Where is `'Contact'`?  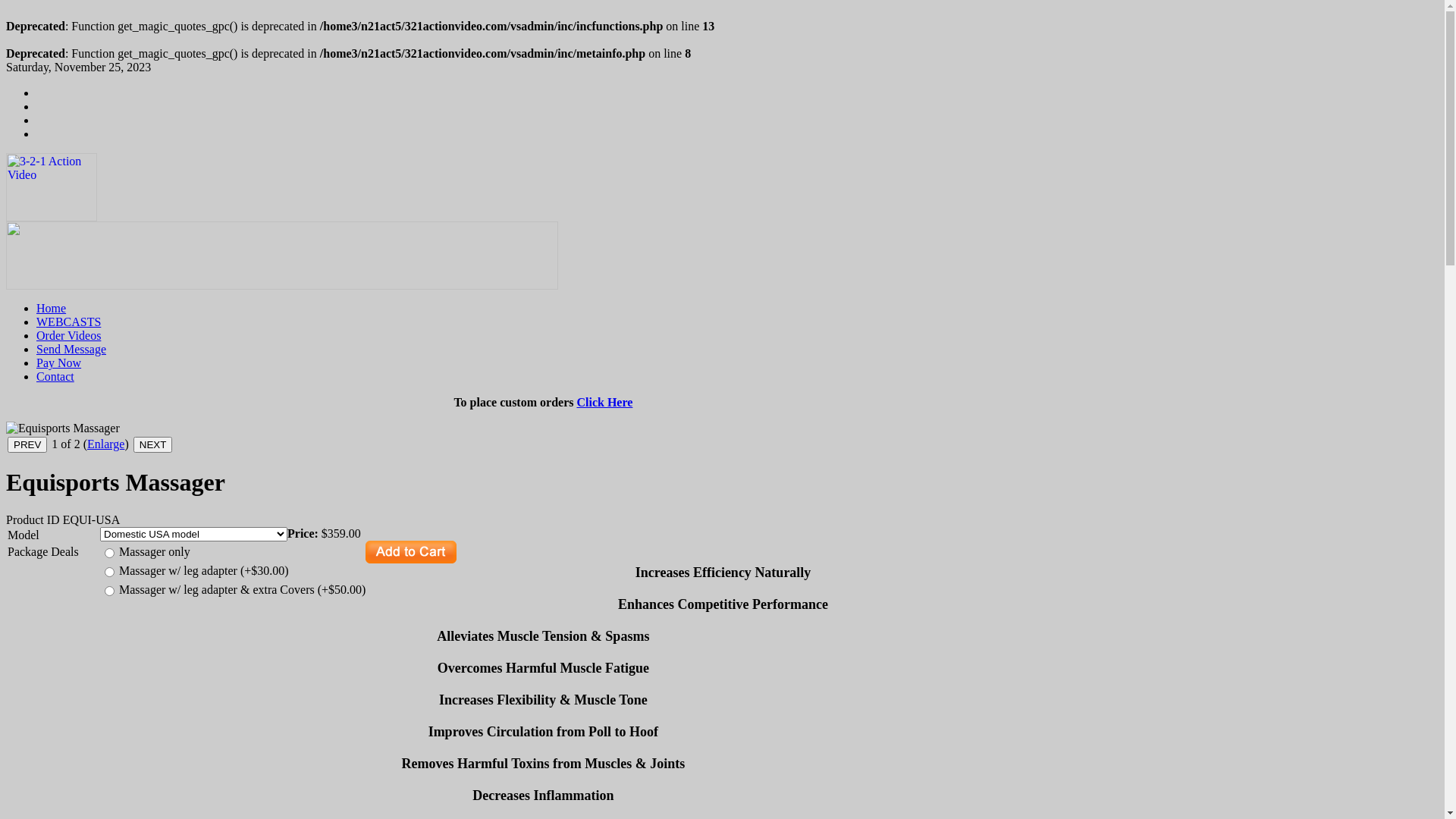 'Contact' is located at coordinates (36, 375).